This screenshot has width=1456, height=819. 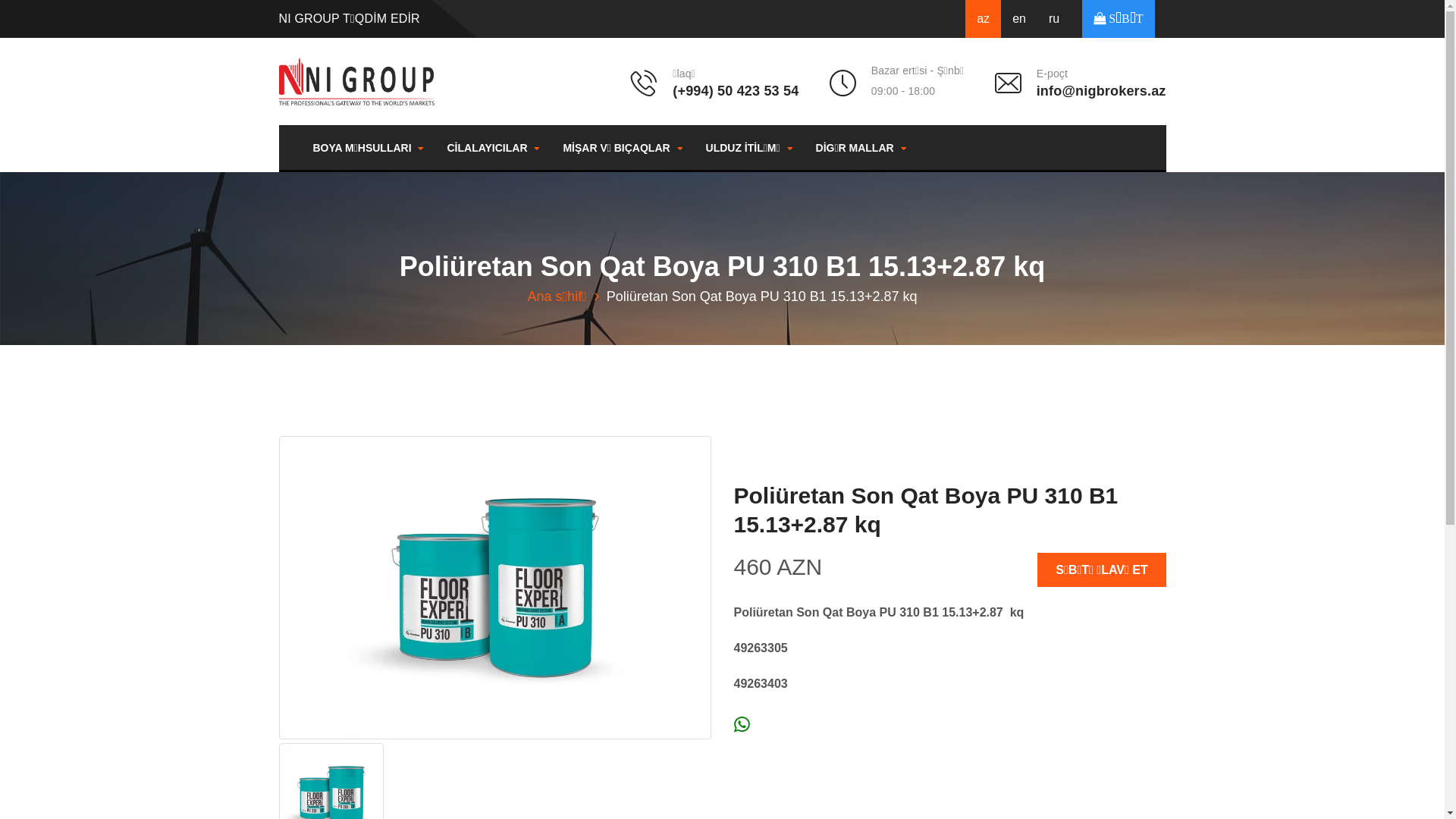 I want to click on 'ru', so click(x=1053, y=18).